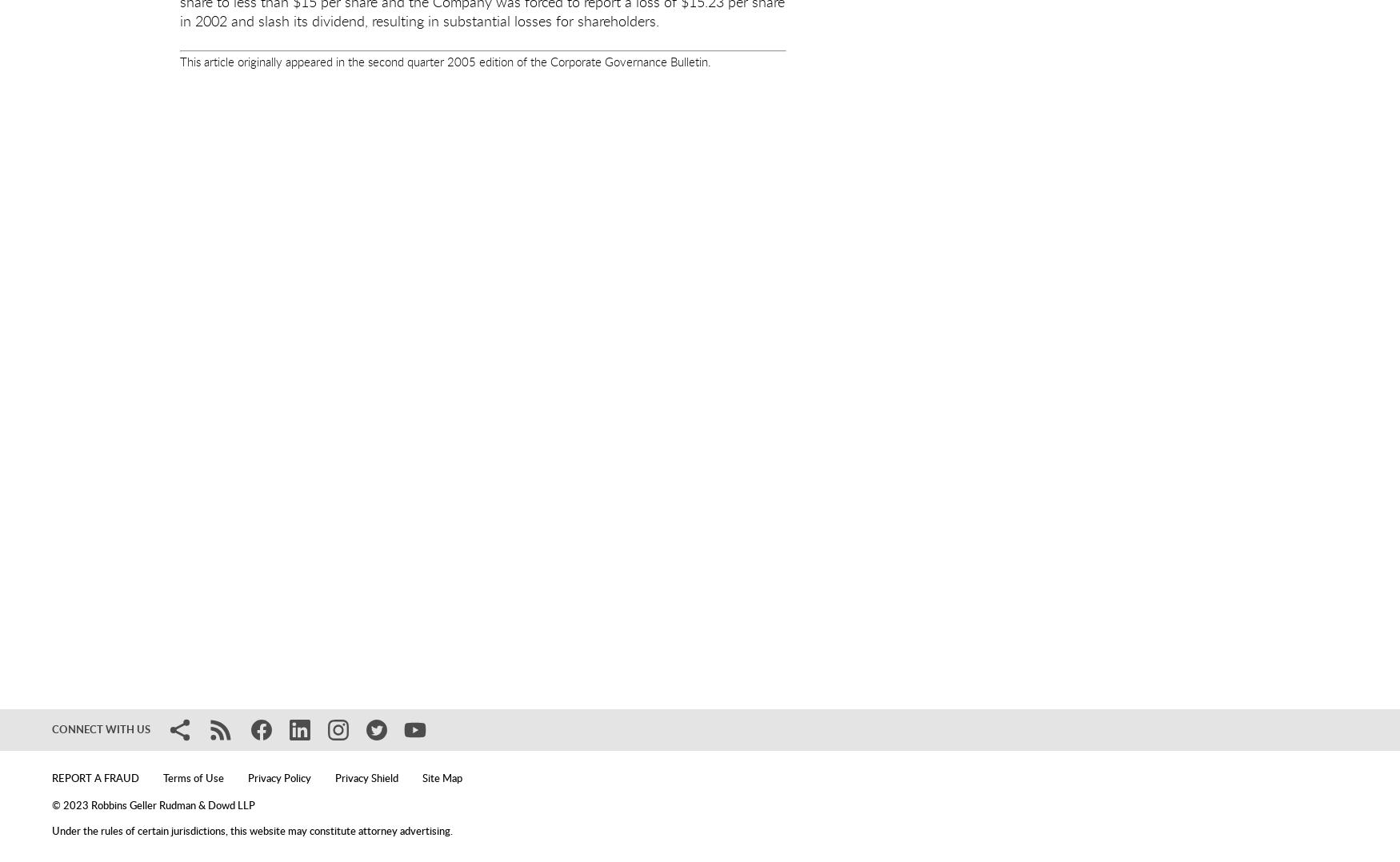  I want to click on 'Privacy Shield', so click(366, 779).